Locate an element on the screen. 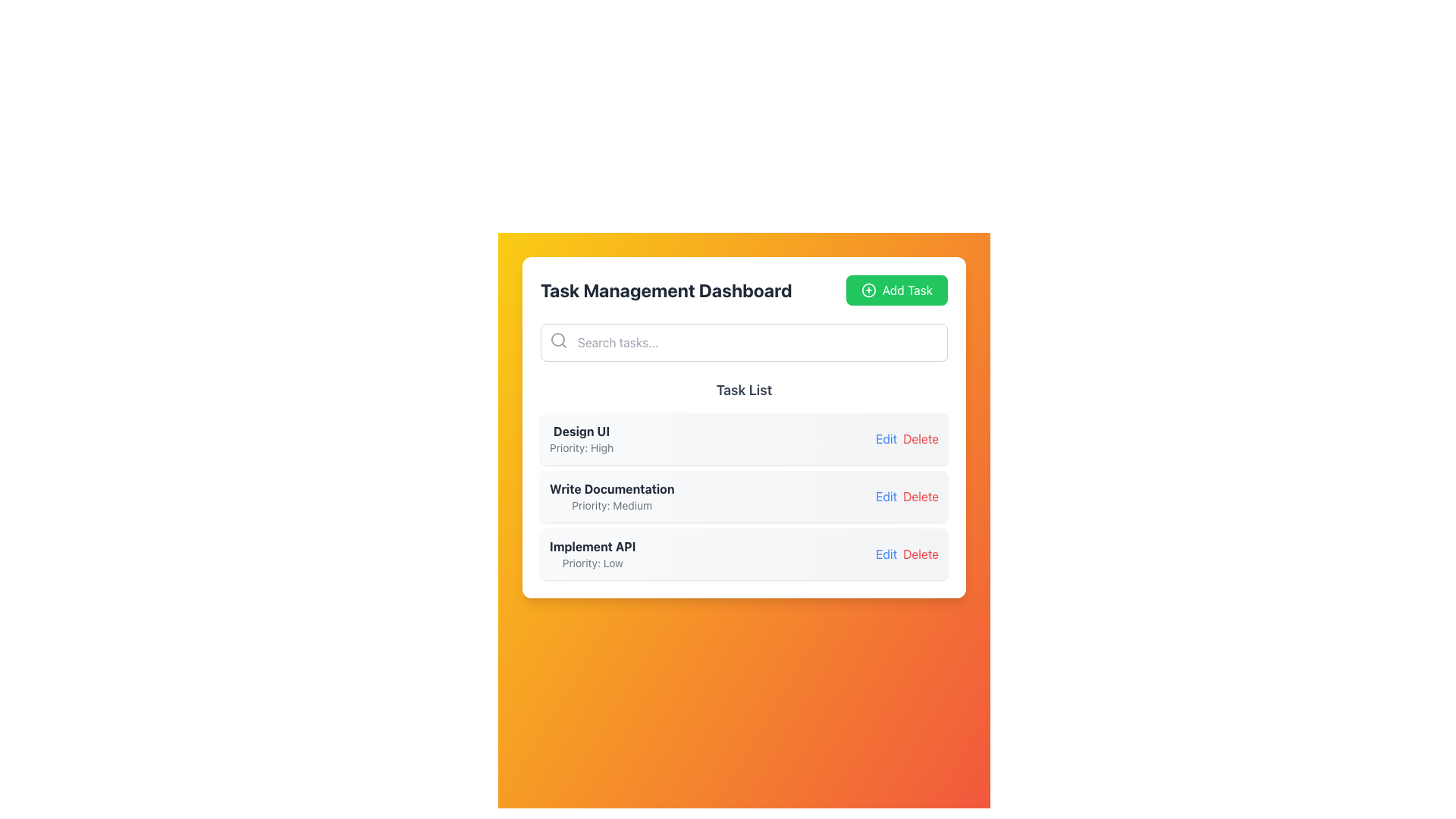  the bold text block labeled 'Design UI' which is styled to stand out within the task management interface, located above the text 'Priority: High' is located at coordinates (581, 431).